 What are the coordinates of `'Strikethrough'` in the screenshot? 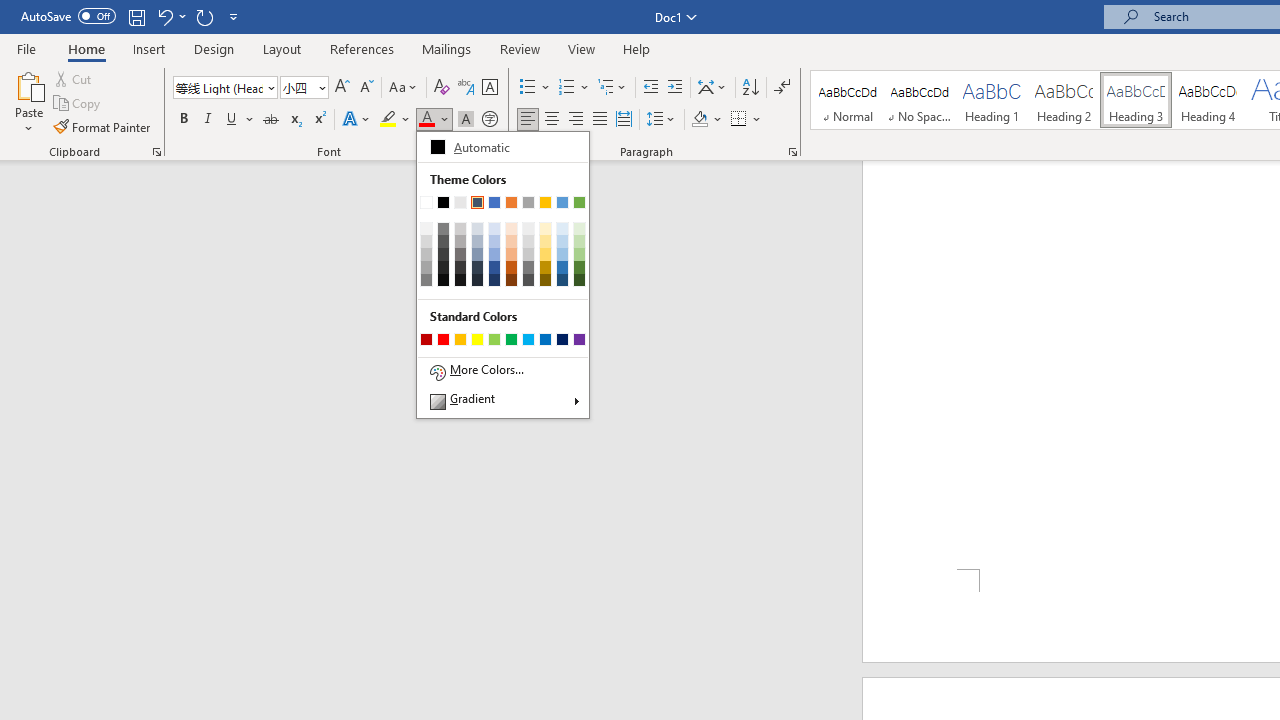 It's located at (269, 119).